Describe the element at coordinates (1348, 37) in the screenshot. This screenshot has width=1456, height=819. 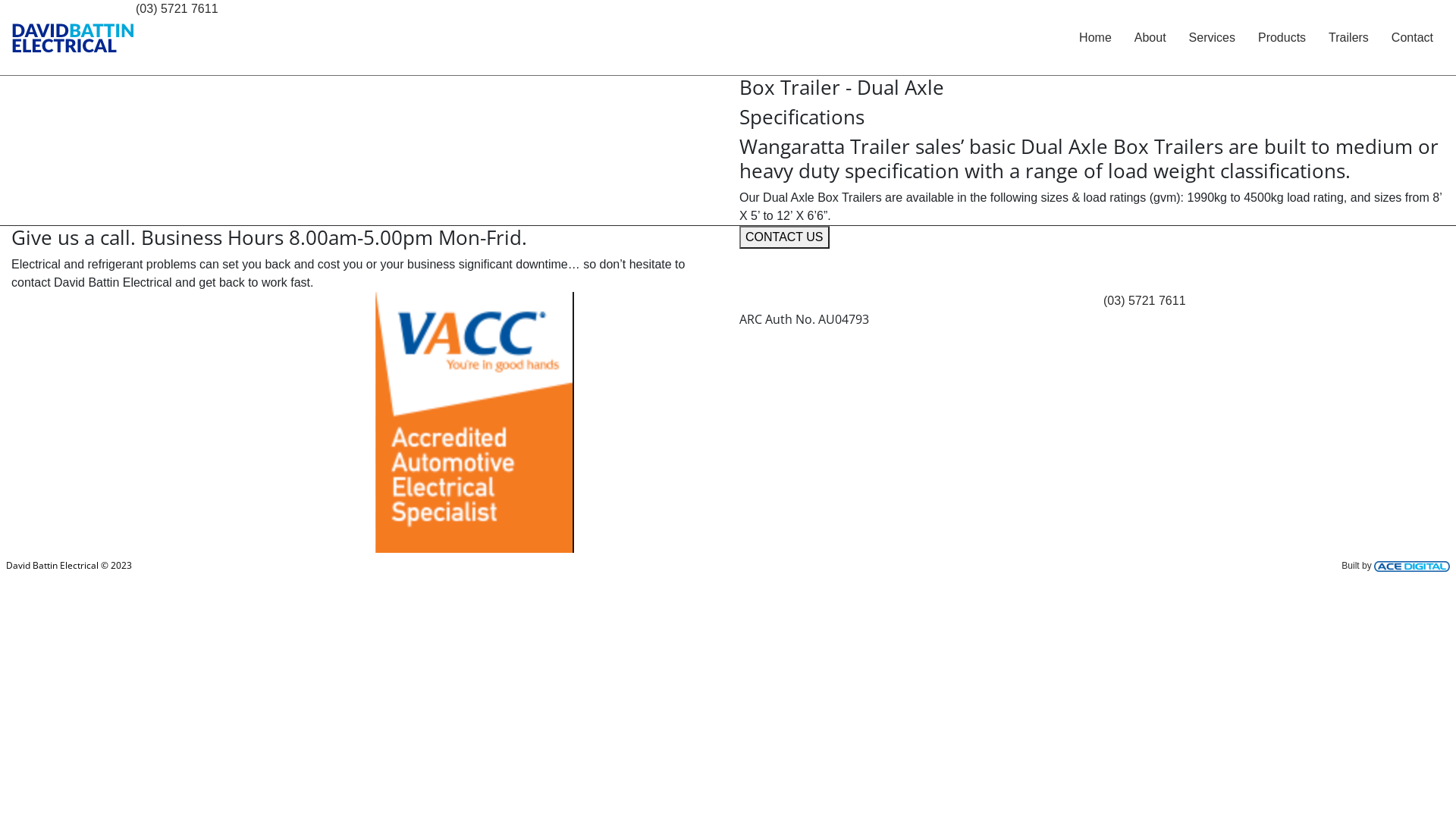
I see `'Trailers'` at that location.